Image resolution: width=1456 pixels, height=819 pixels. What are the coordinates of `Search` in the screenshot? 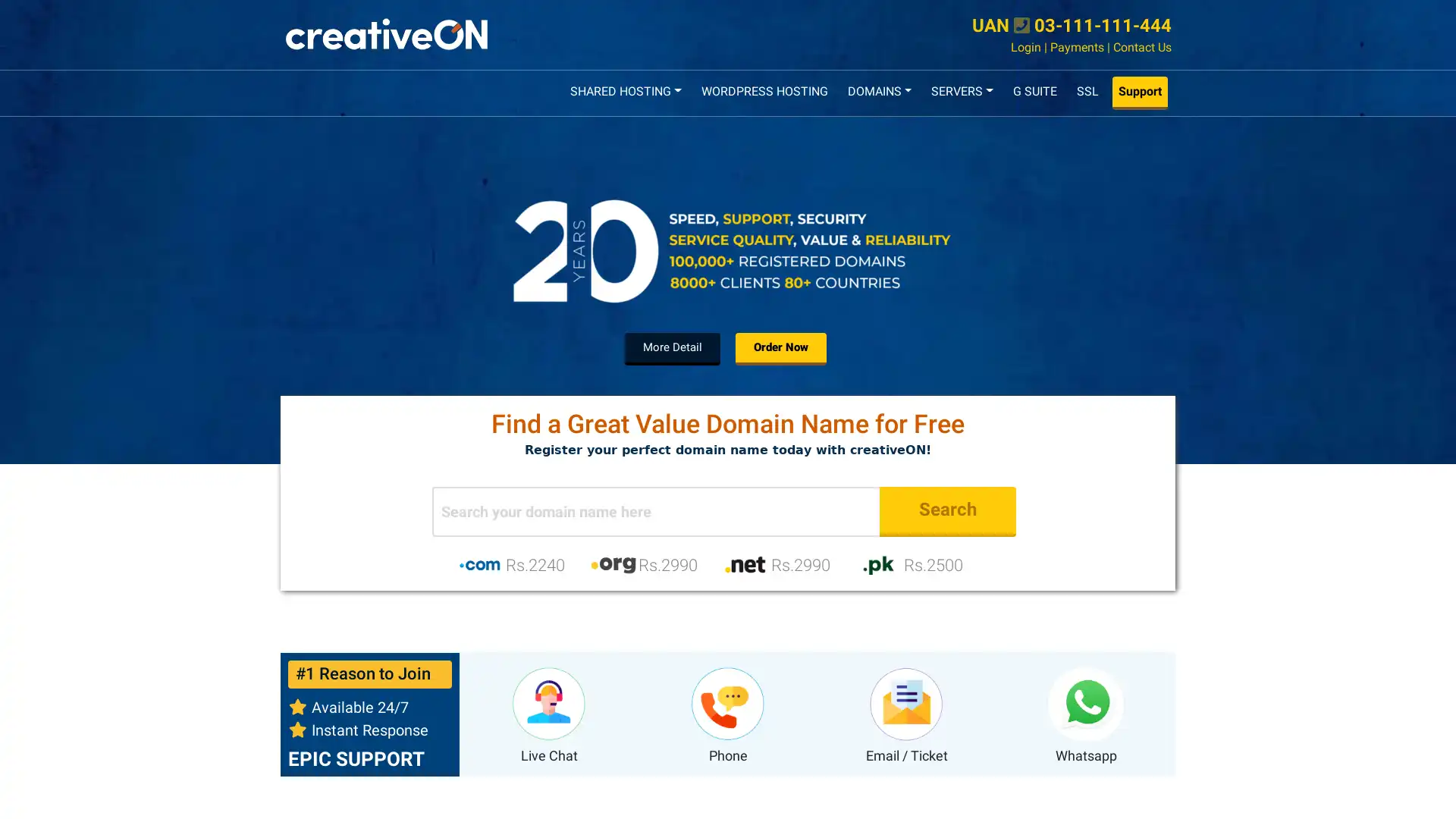 It's located at (946, 511).